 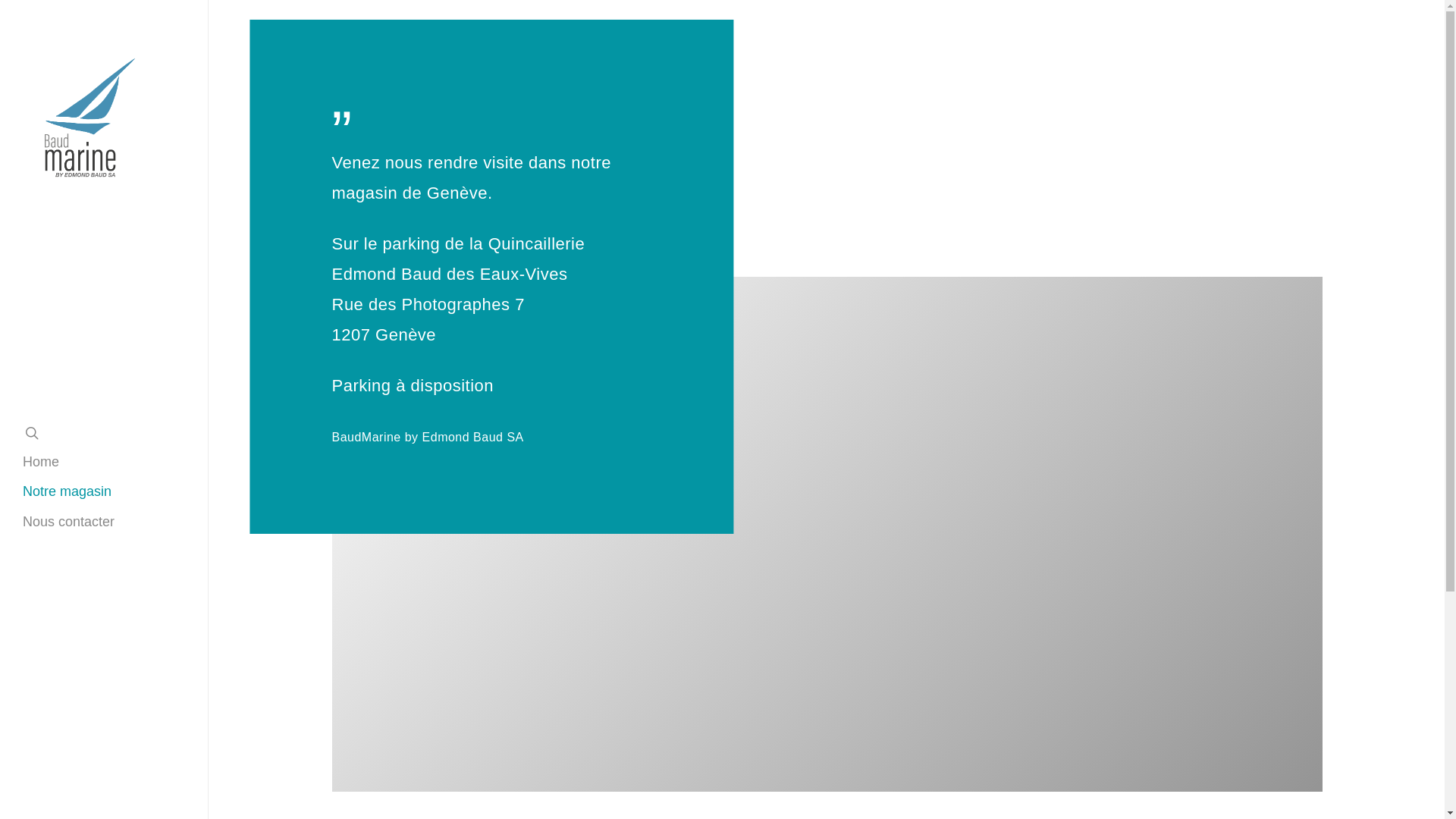 What do you see at coordinates (66, 491) in the screenshot?
I see `'Notre magasin'` at bounding box center [66, 491].